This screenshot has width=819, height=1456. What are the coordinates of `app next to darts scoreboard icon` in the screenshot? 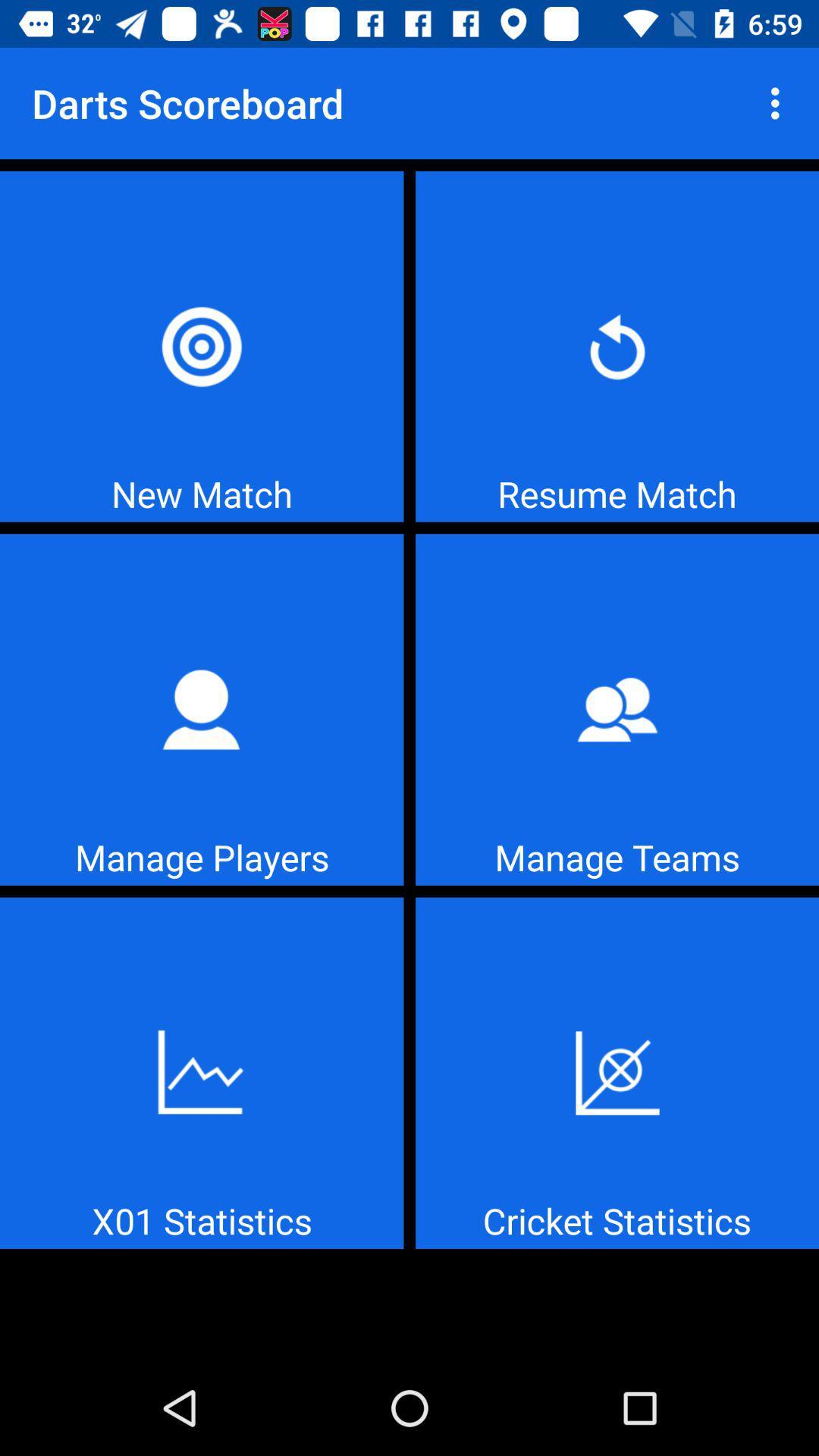 It's located at (779, 102).